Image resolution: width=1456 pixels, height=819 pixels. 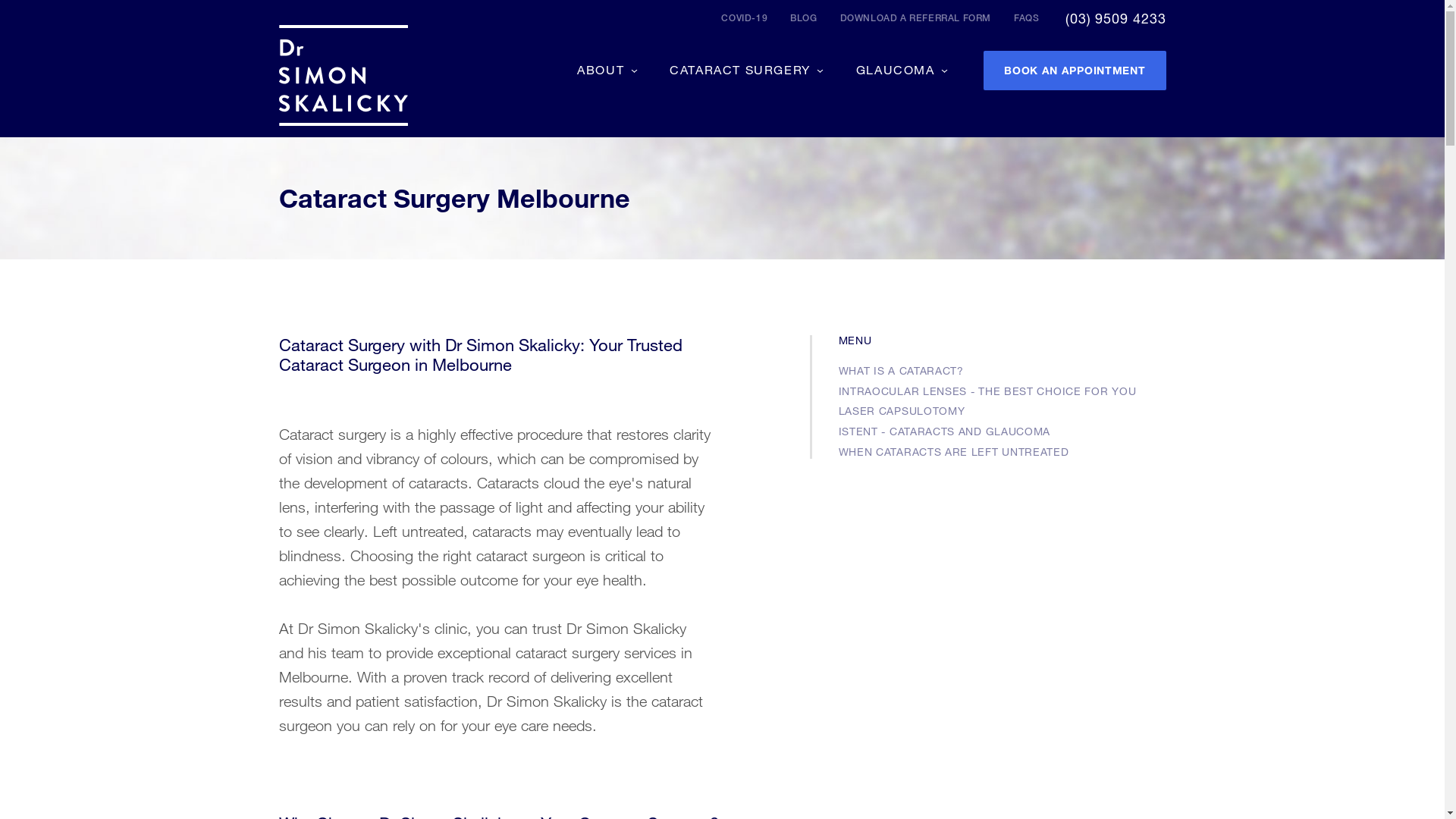 What do you see at coordinates (1065, 17) in the screenshot?
I see `'(03) 9509 4233'` at bounding box center [1065, 17].